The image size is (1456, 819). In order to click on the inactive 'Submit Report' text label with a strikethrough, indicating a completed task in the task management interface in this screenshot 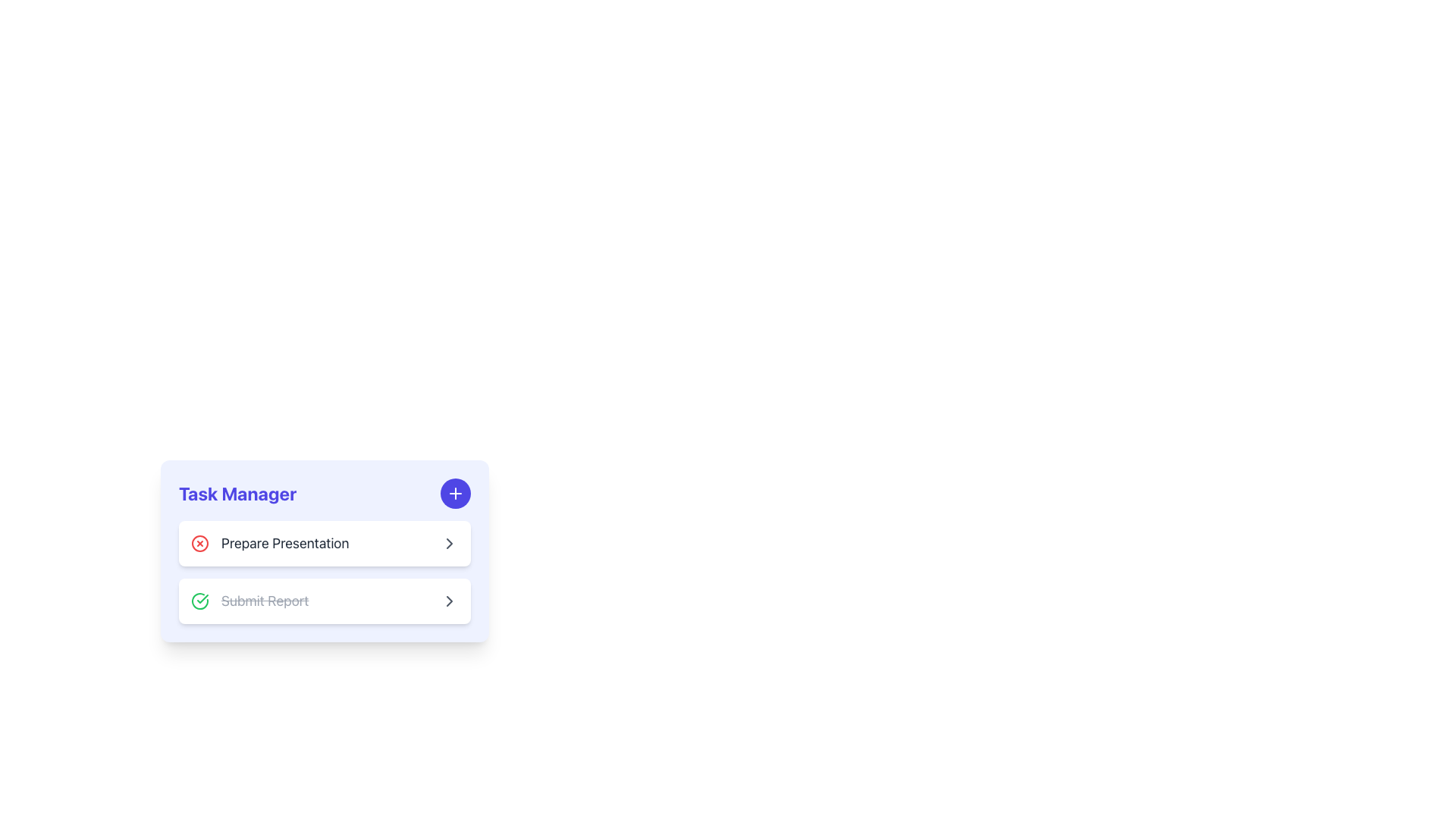, I will do `click(265, 601)`.